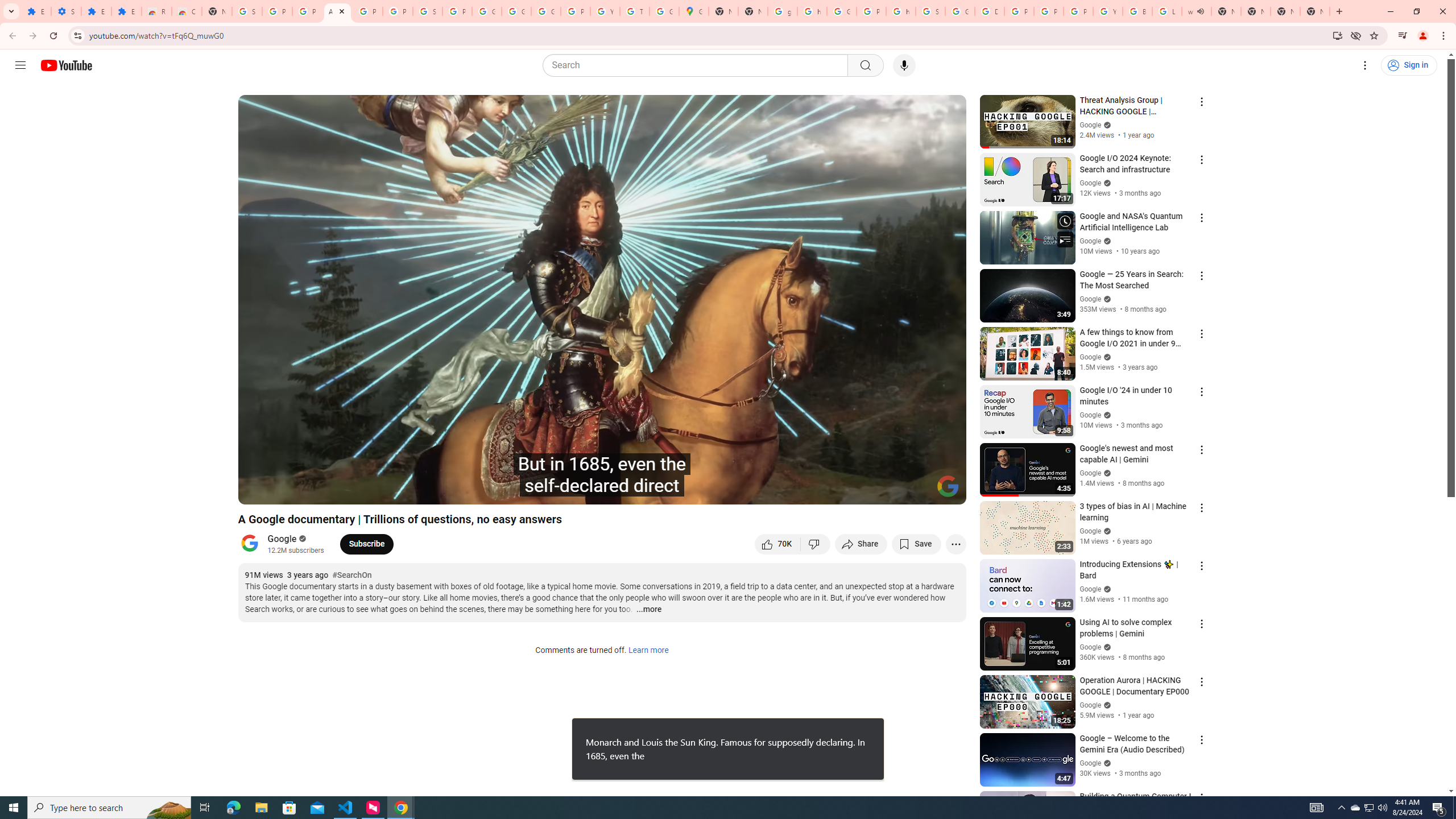 The height and width of the screenshot is (819, 1456). Describe the element at coordinates (861, 543) in the screenshot. I see `'Share'` at that location.